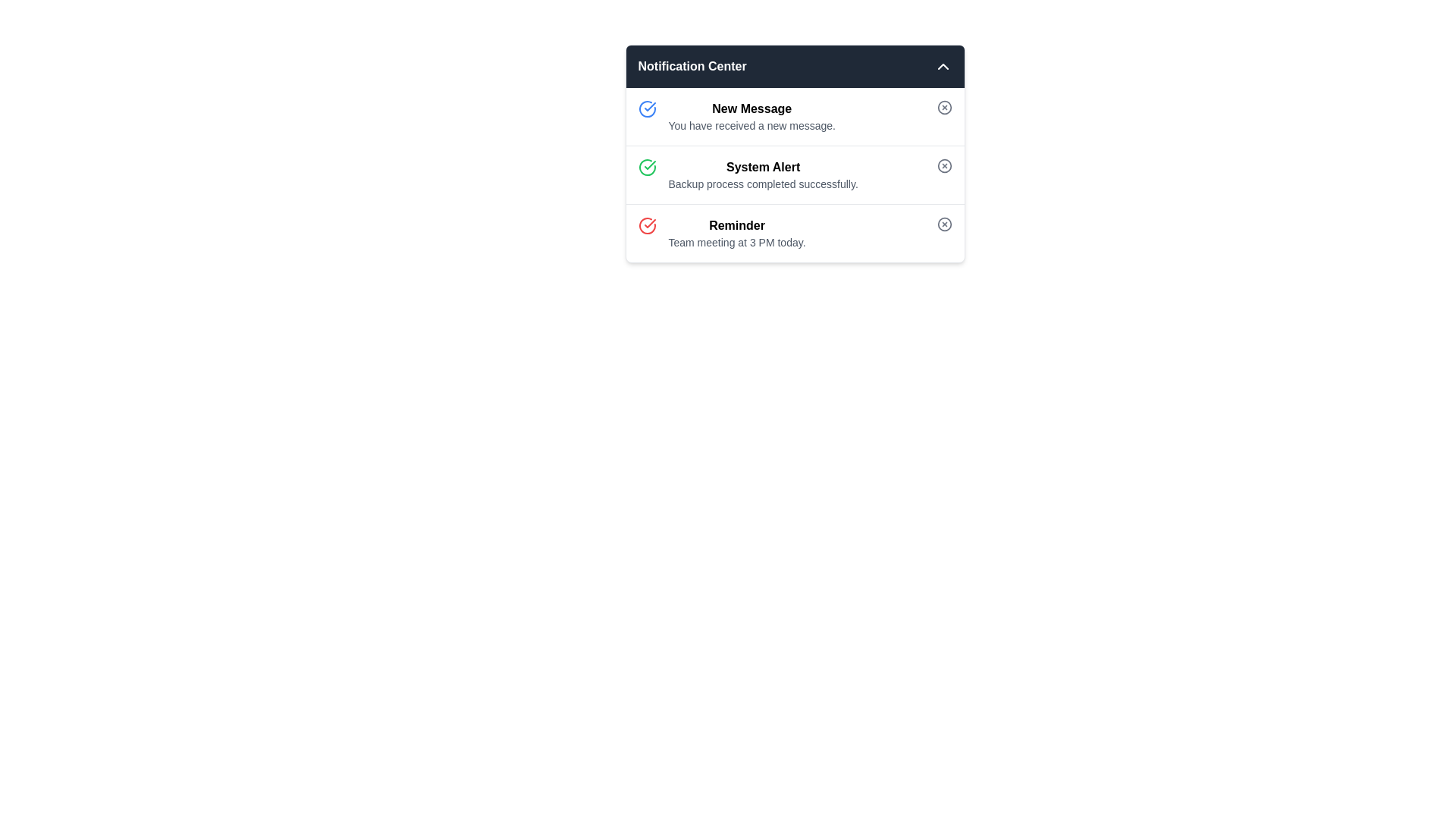  Describe the element at coordinates (650, 165) in the screenshot. I see `the green checkmark icon within the circular outline, associated with the 'System Alert' notification` at that location.